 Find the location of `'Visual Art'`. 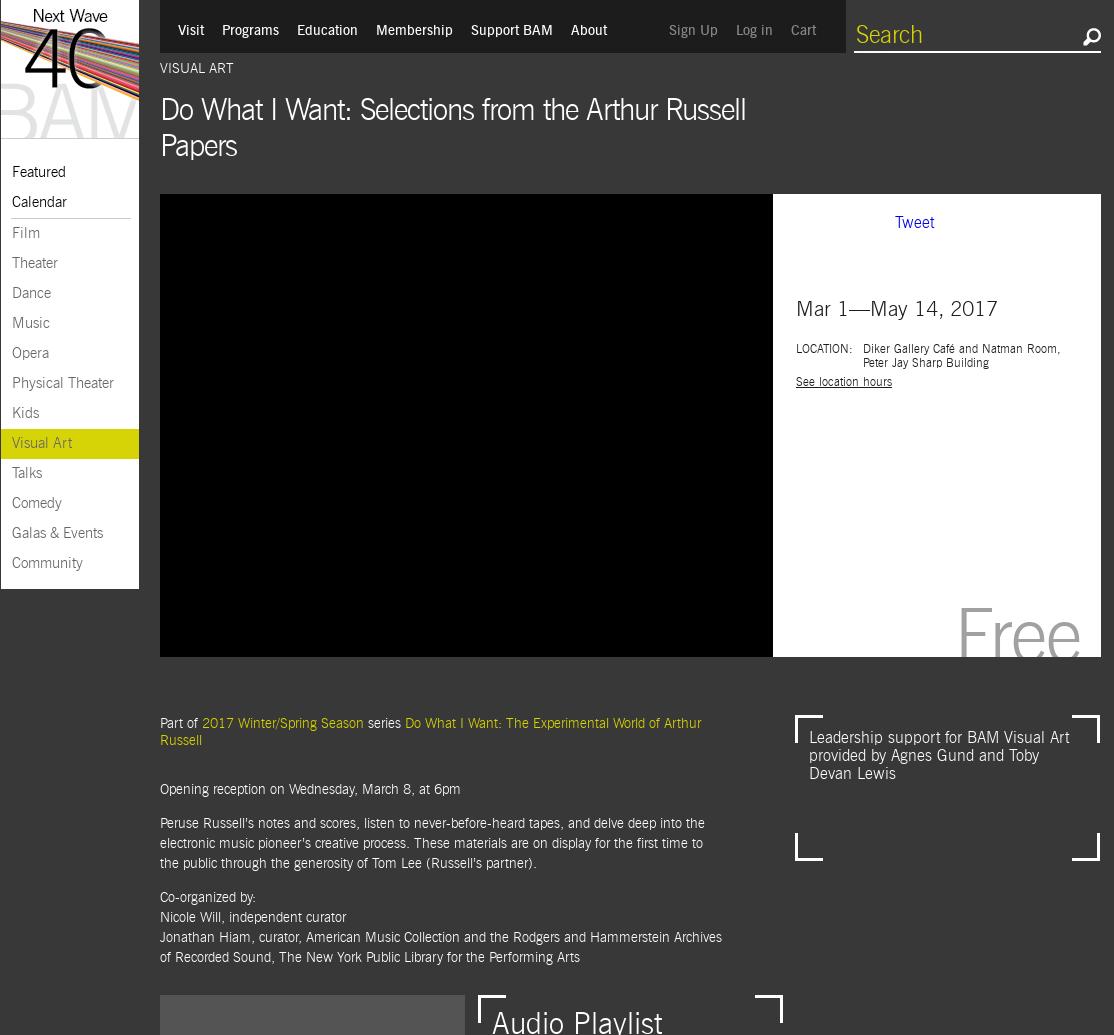

'Visual Art' is located at coordinates (196, 69).